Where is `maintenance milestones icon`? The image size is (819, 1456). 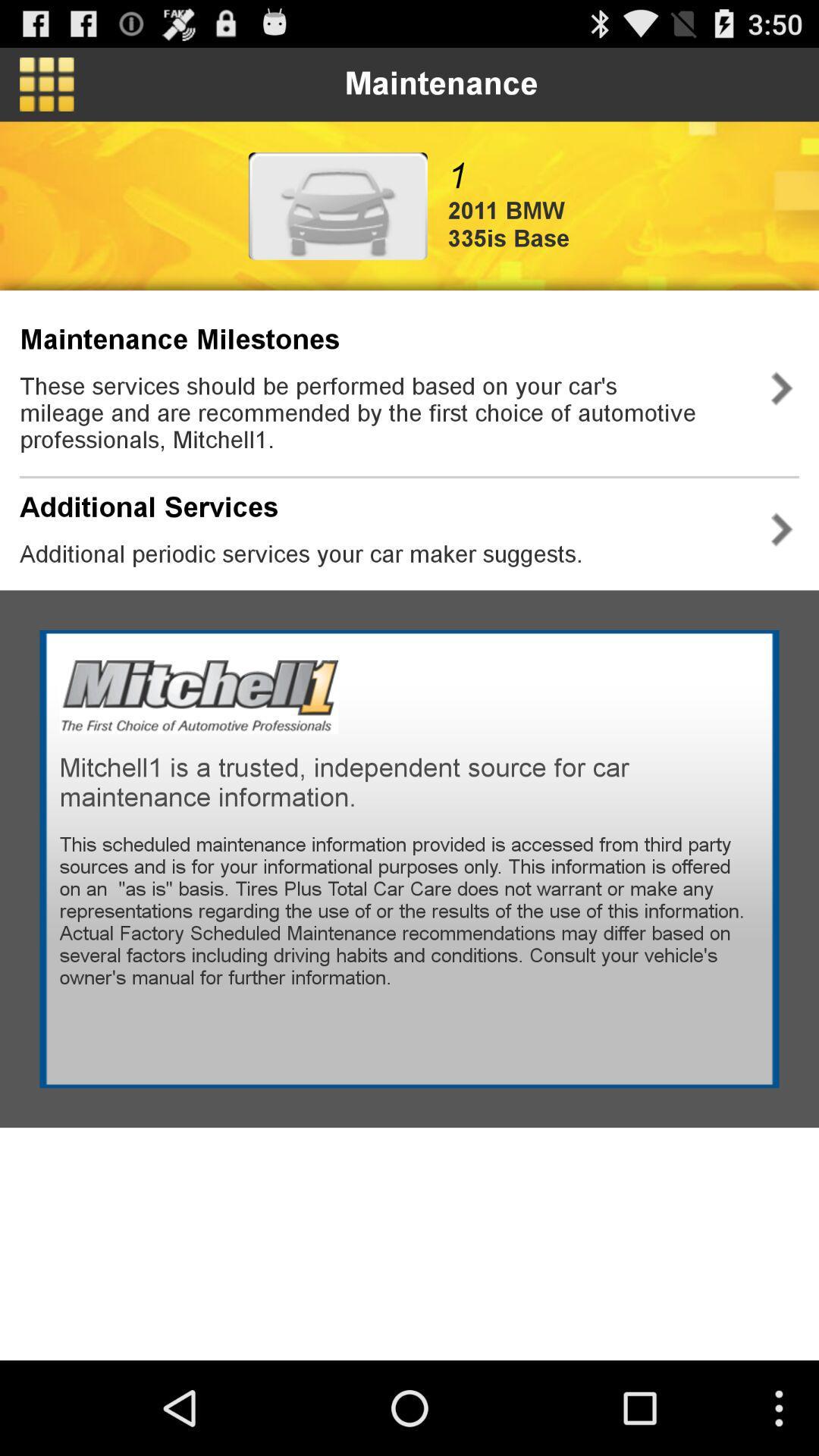 maintenance milestones icon is located at coordinates (179, 339).